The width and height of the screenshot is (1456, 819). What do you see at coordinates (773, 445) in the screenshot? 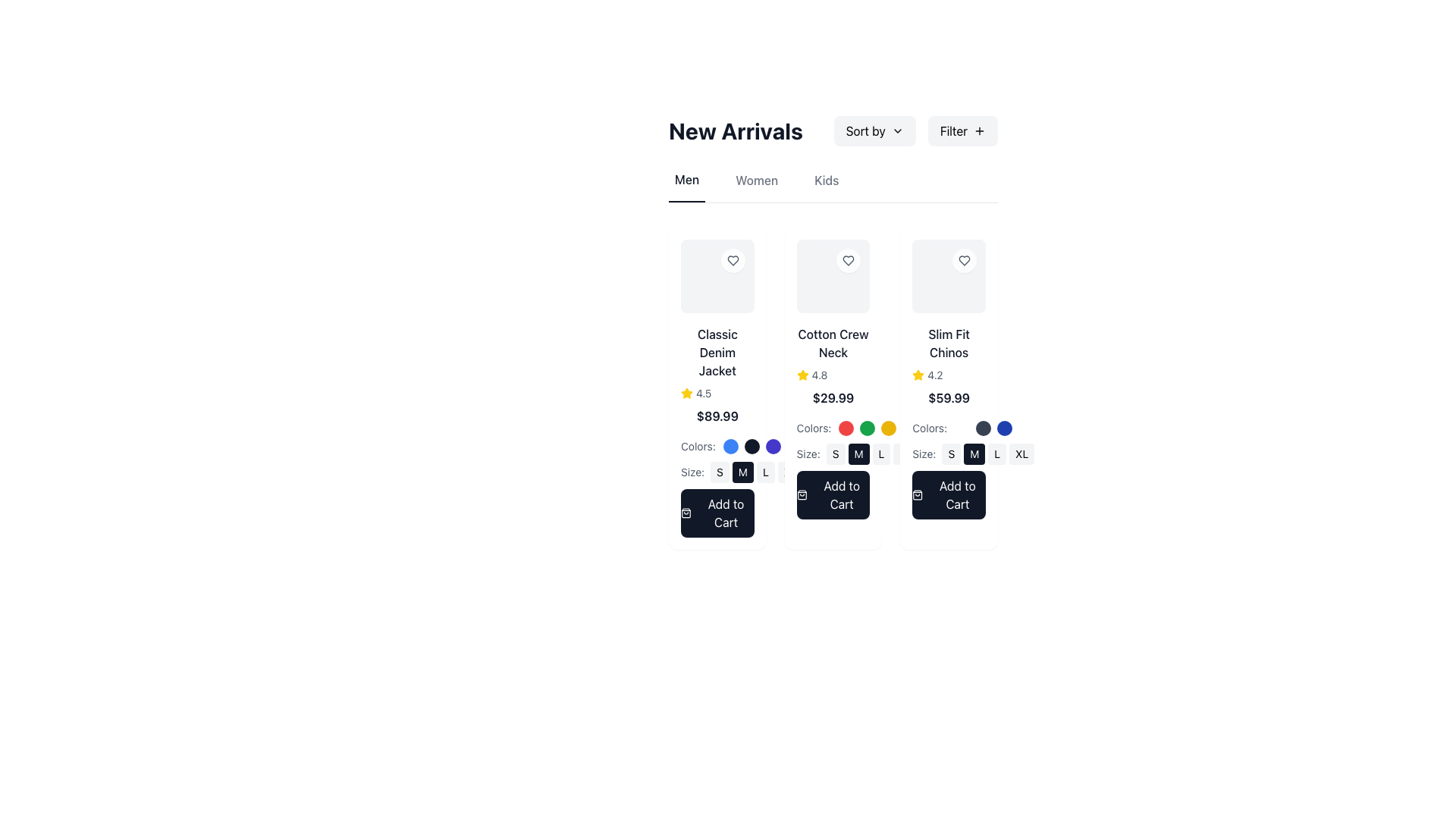
I see `the third circular color-select button with a purple background located under the 'Classic Denim Jacket' product` at bounding box center [773, 445].